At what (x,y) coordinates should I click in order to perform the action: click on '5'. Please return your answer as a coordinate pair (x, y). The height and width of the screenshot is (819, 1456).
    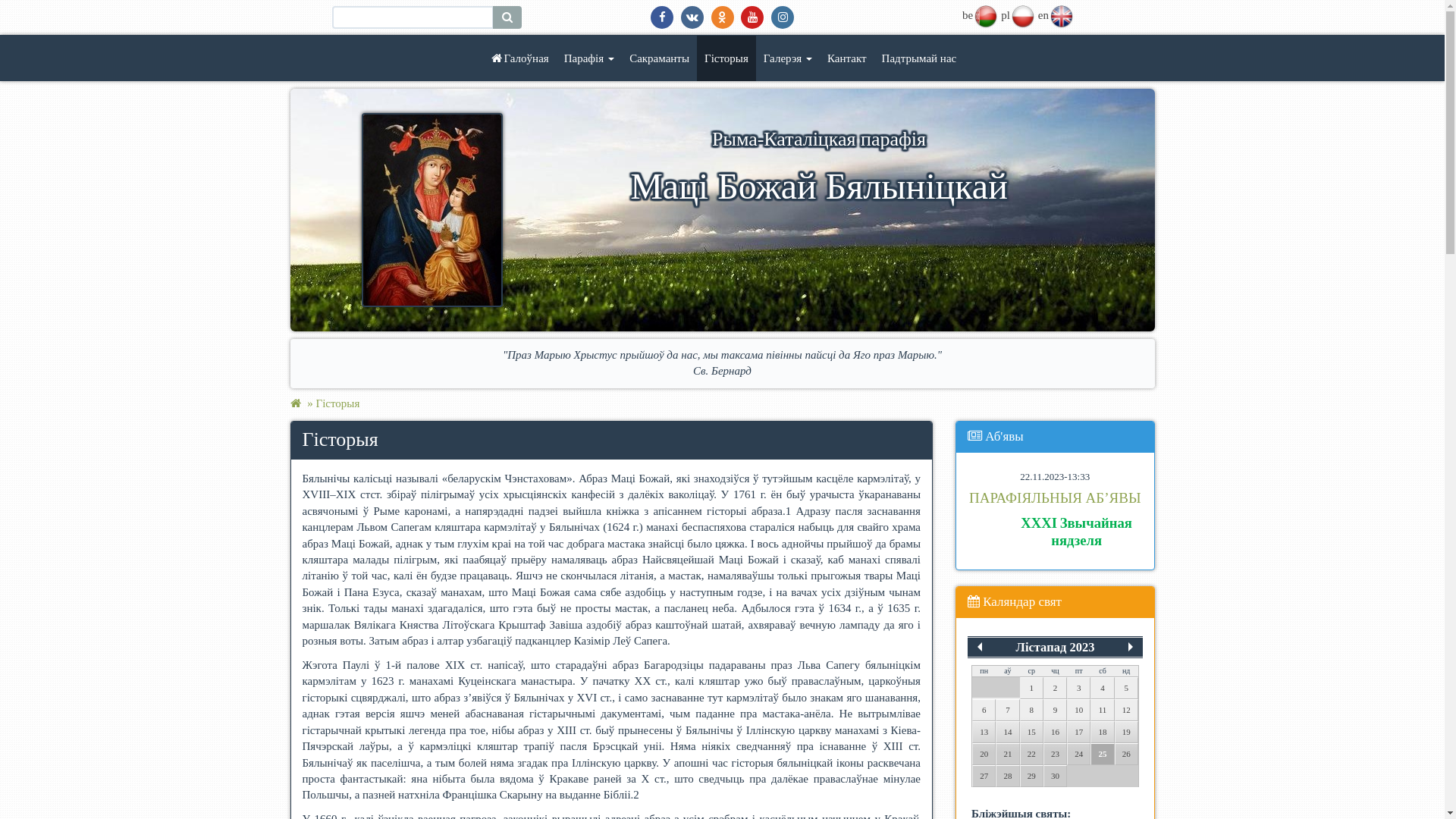
    Looking at the image, I should click on (1126, 688).